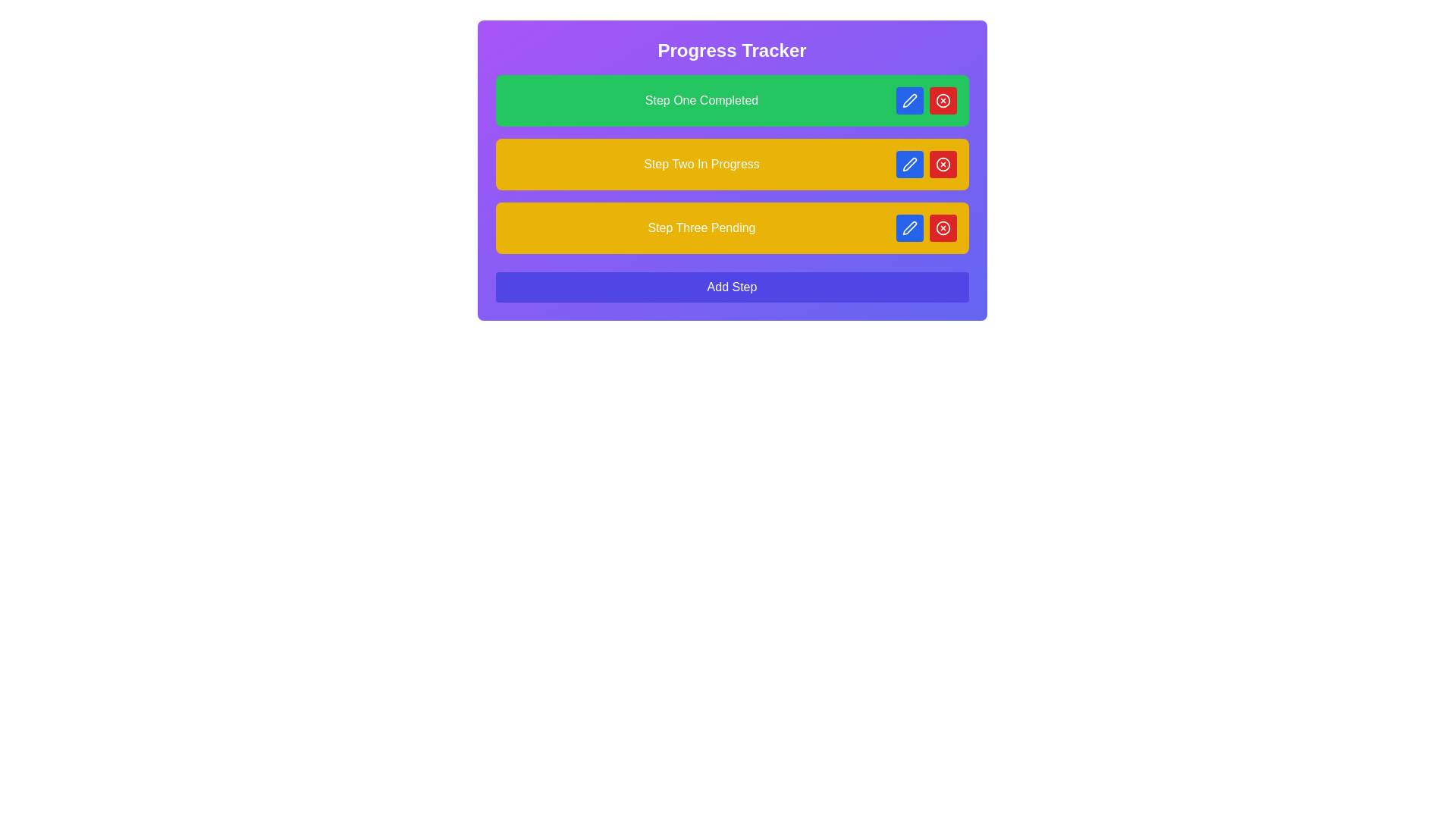  I want to click on the static text label that displays 'Step One Completed', which has a bold style and a green background, located at the top of the step indicators list, so click(701, 100).